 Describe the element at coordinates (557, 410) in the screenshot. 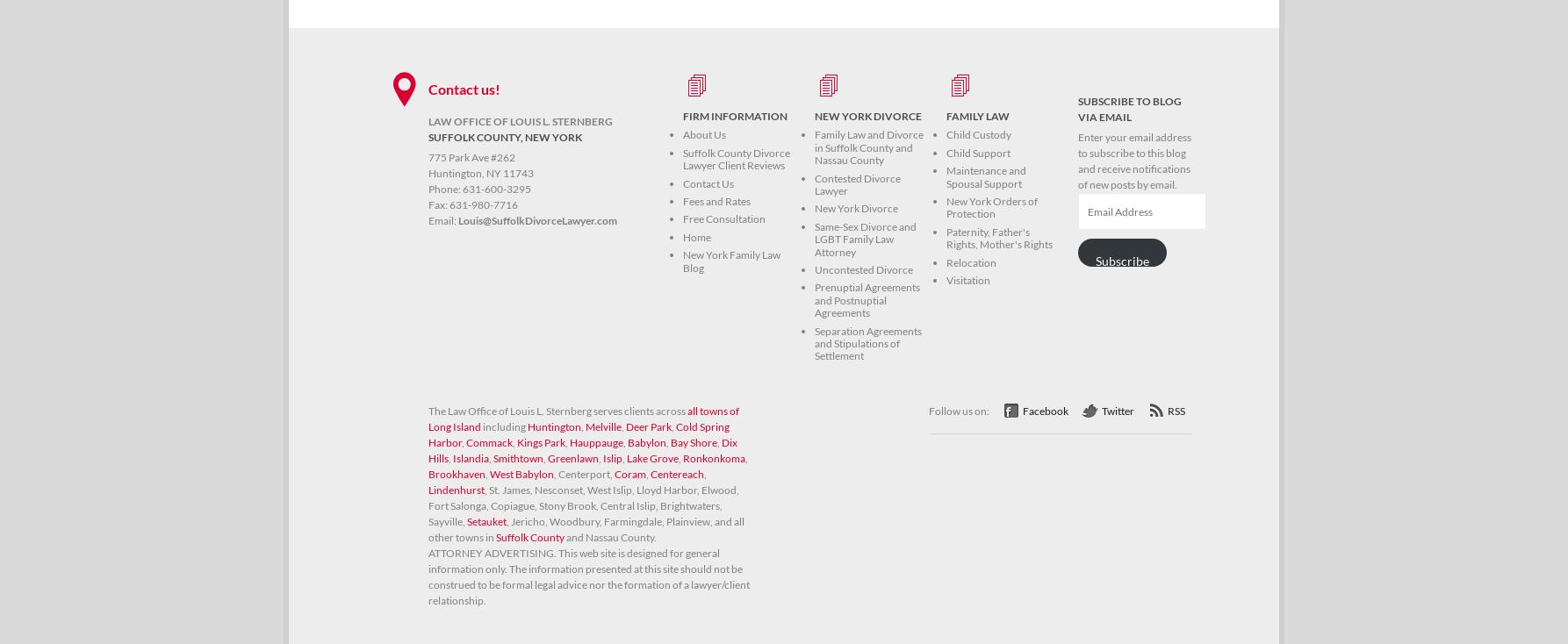

I see `'The Law Office of Louis L. Sternberg serves clients across'` at that location.